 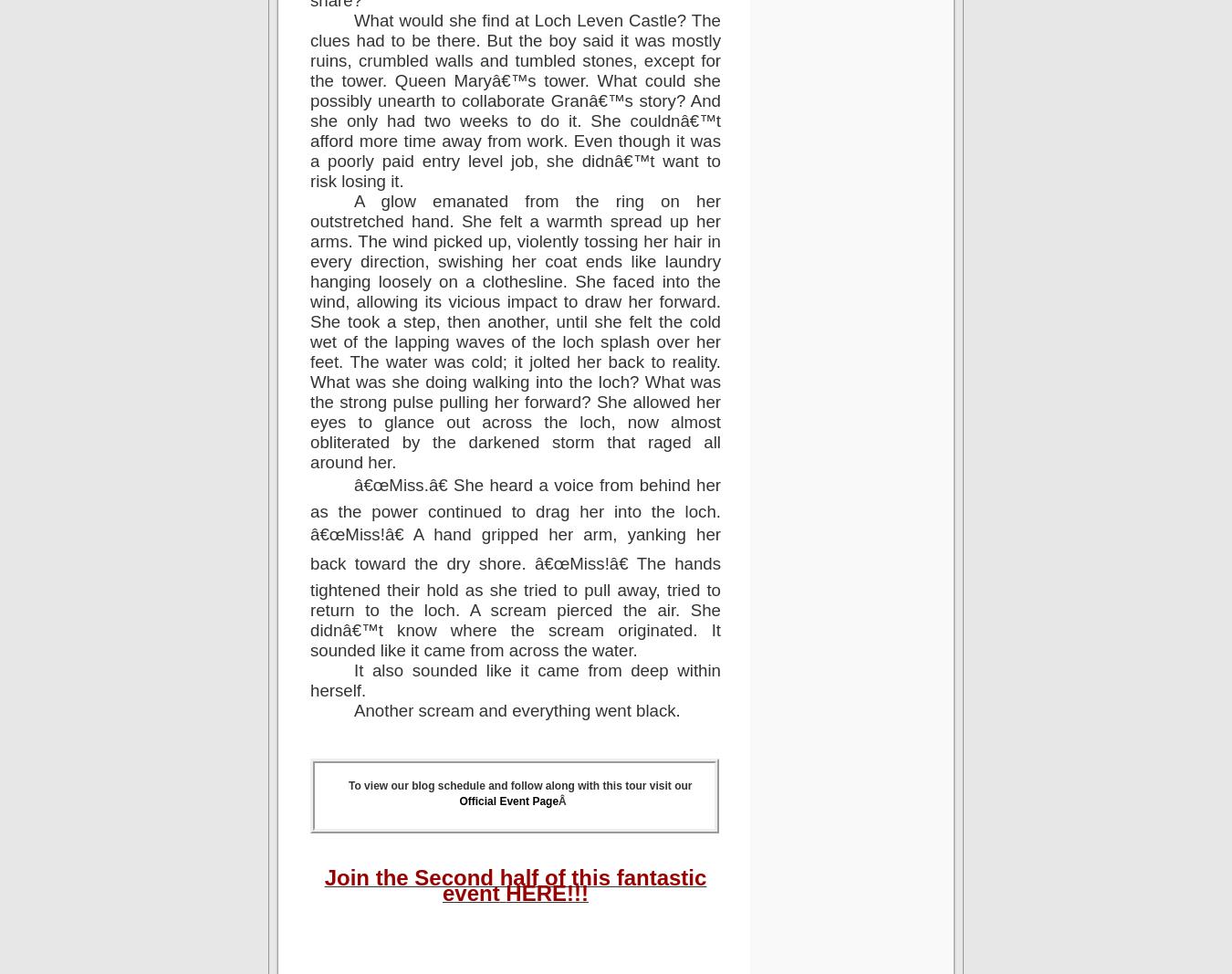 I want to click on 'To view our blog schedule and follow along with this tour visit our', so click(x=519, y=784).